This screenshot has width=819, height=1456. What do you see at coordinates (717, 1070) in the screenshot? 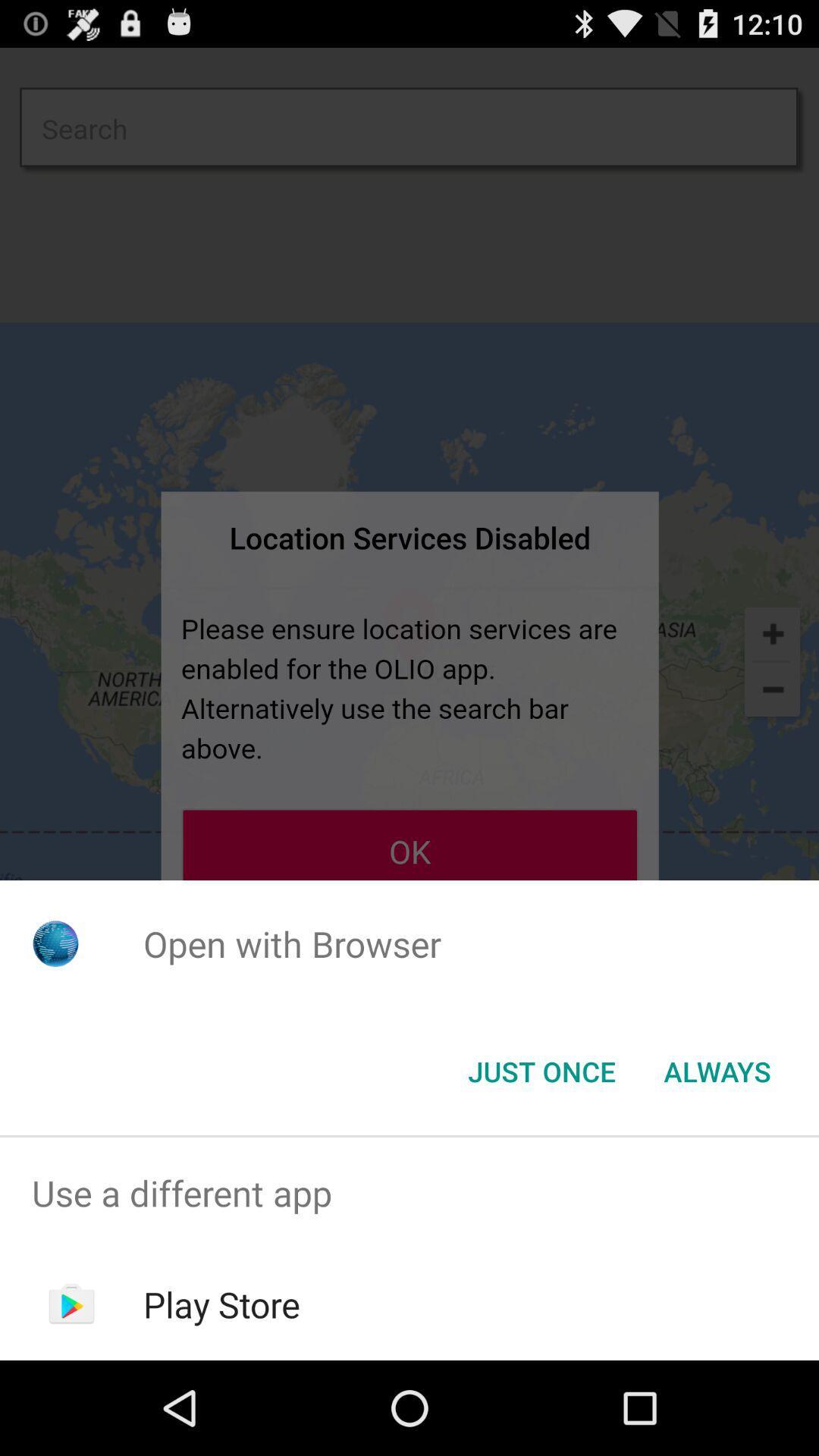
I see `the item to the right of just once` at bounding box center [717, 1070].